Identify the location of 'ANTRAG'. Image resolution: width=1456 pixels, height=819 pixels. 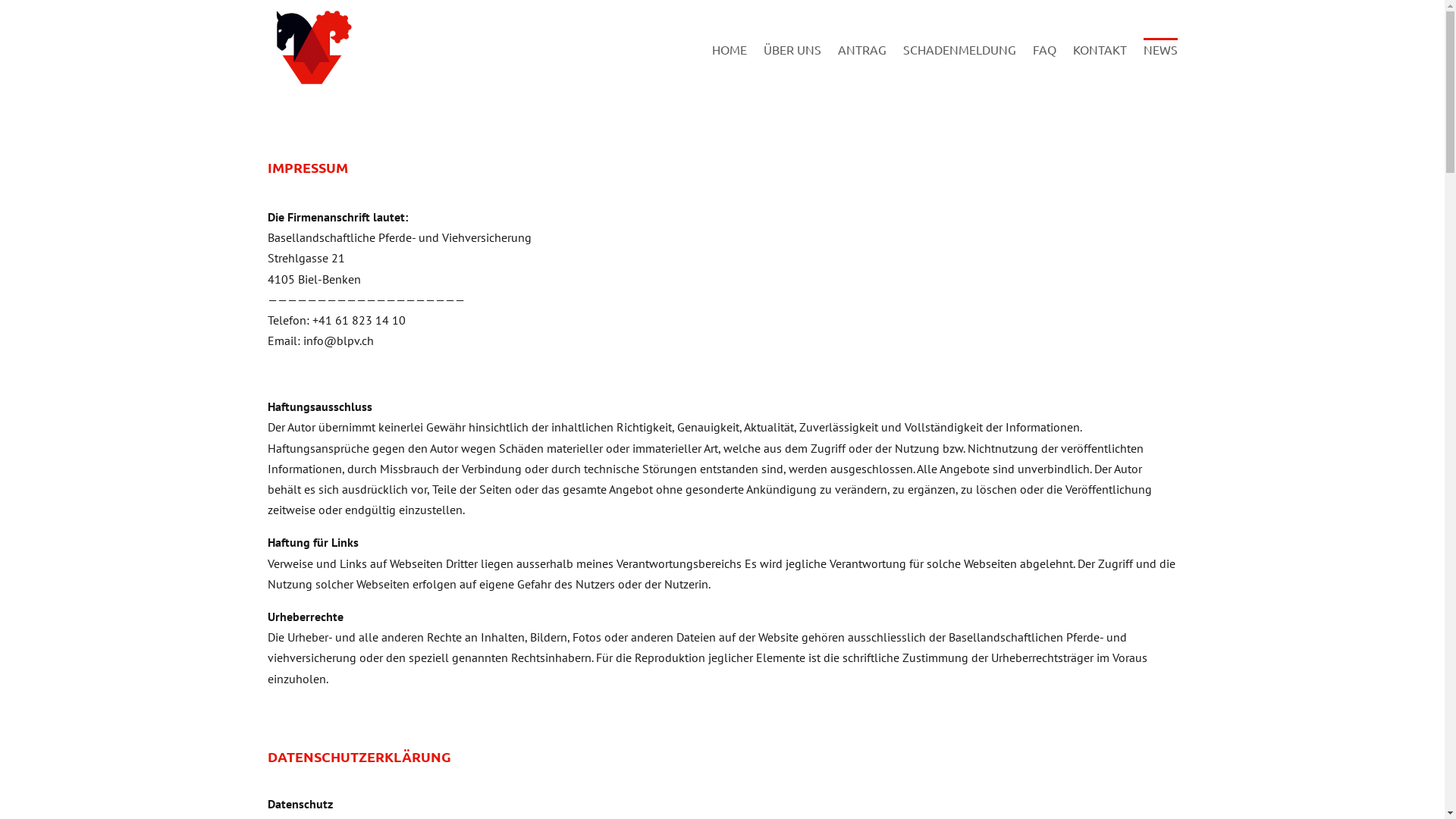
(861, 67).